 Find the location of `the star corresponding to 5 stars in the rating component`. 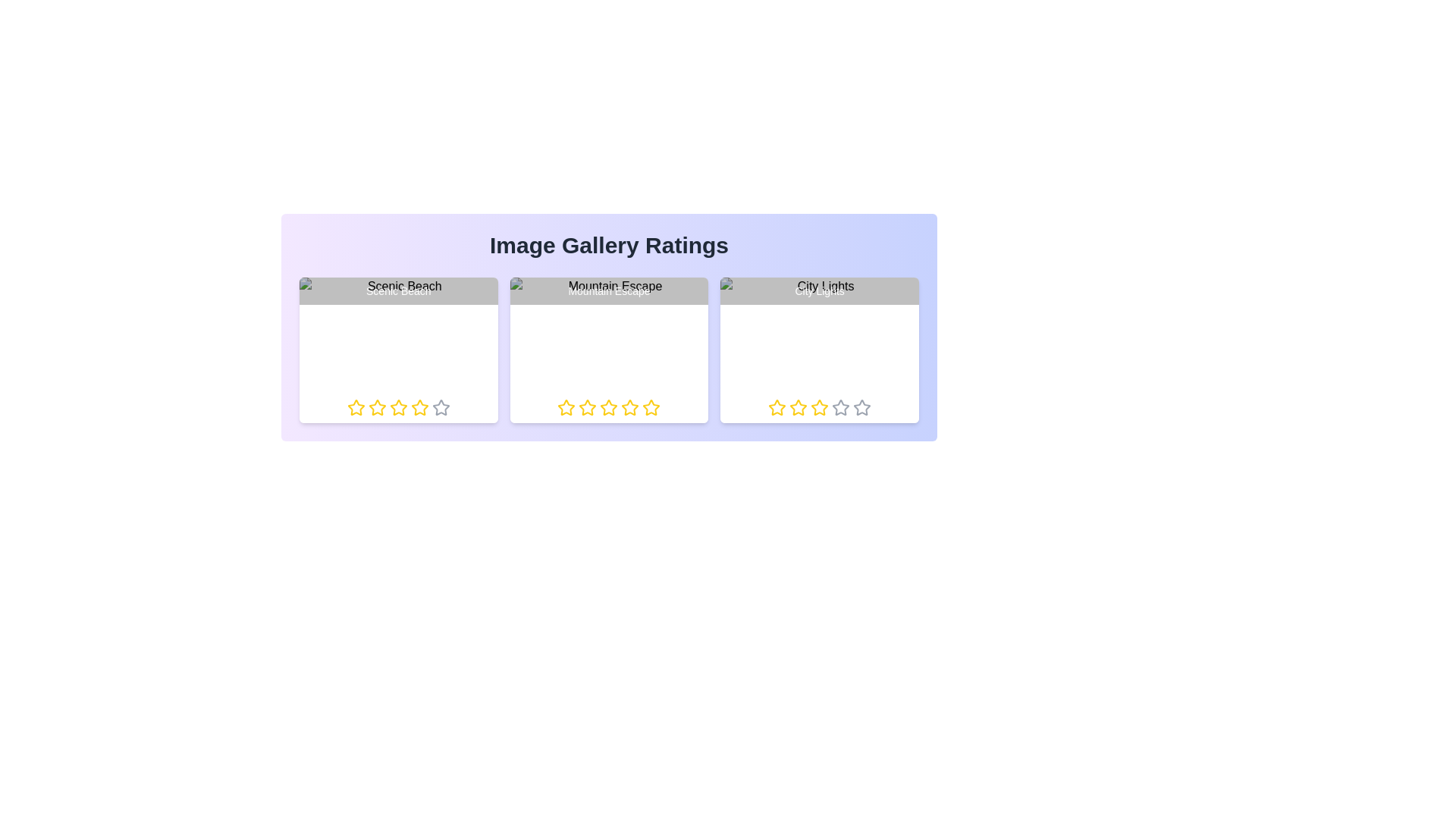

the star corresponding to 5 stars in the rating component is located at coordinates (440, 406).